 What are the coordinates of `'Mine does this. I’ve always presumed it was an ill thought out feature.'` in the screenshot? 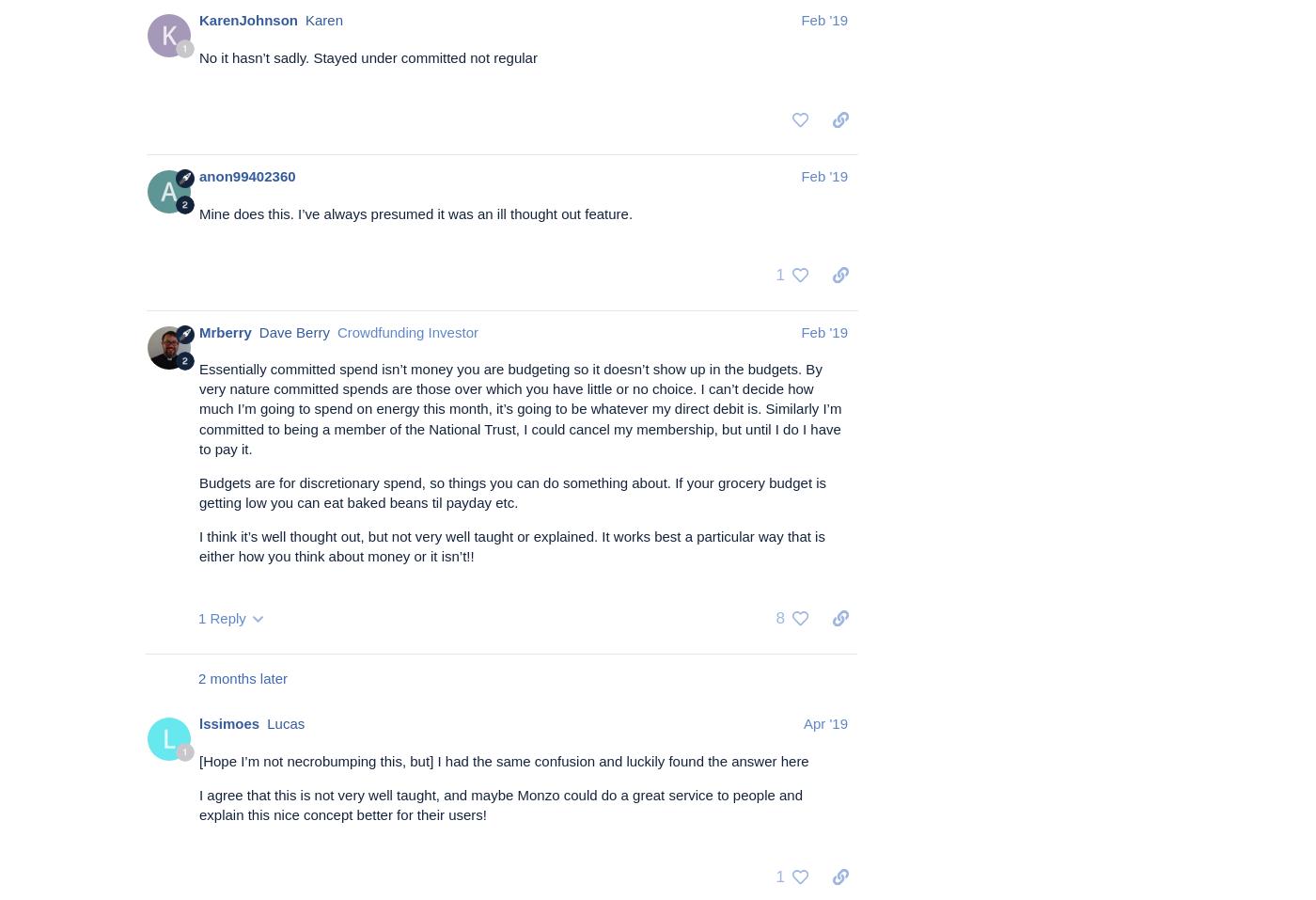 It's located at (198, 212).